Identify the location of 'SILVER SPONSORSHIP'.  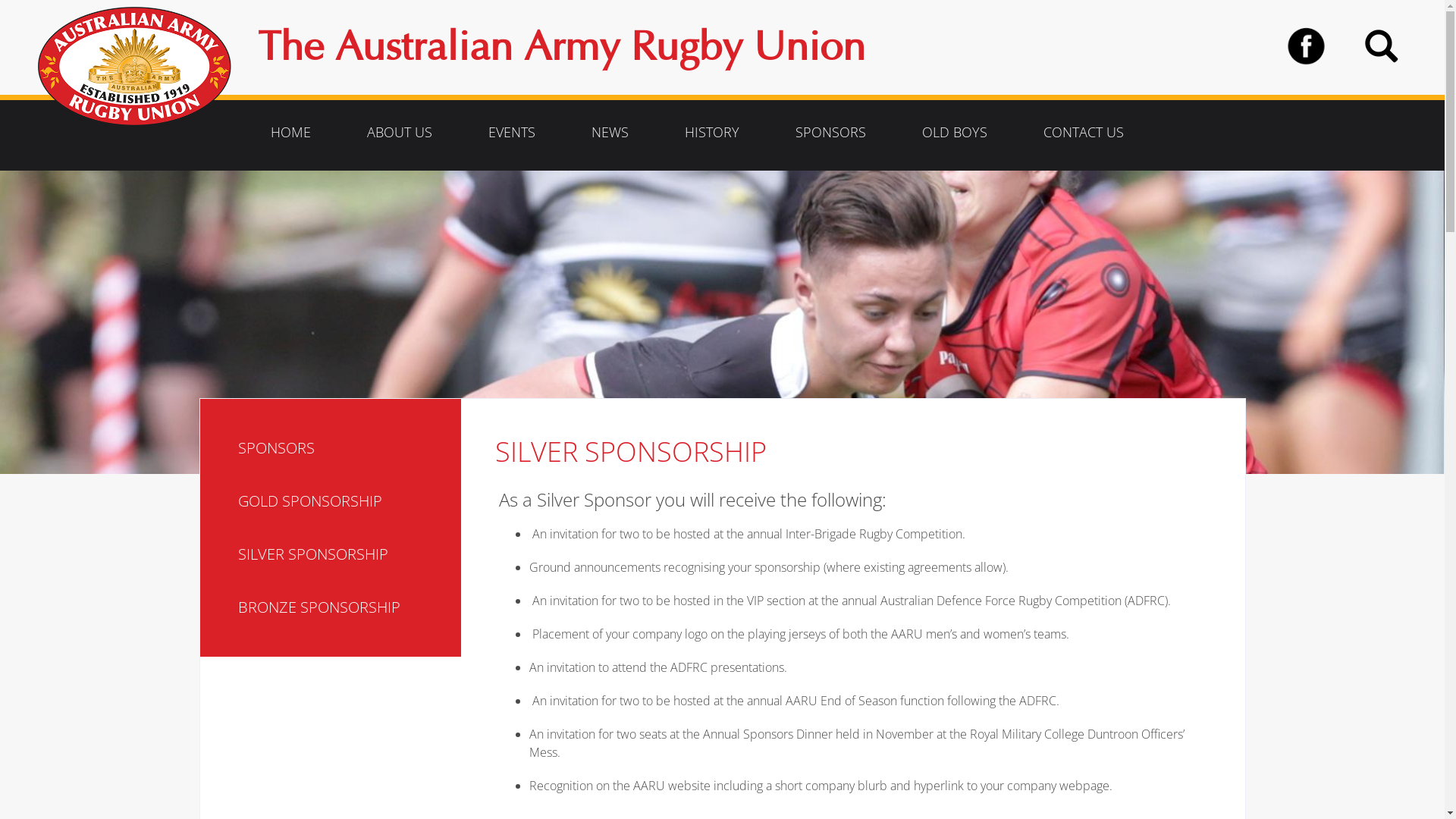
(344, 554).